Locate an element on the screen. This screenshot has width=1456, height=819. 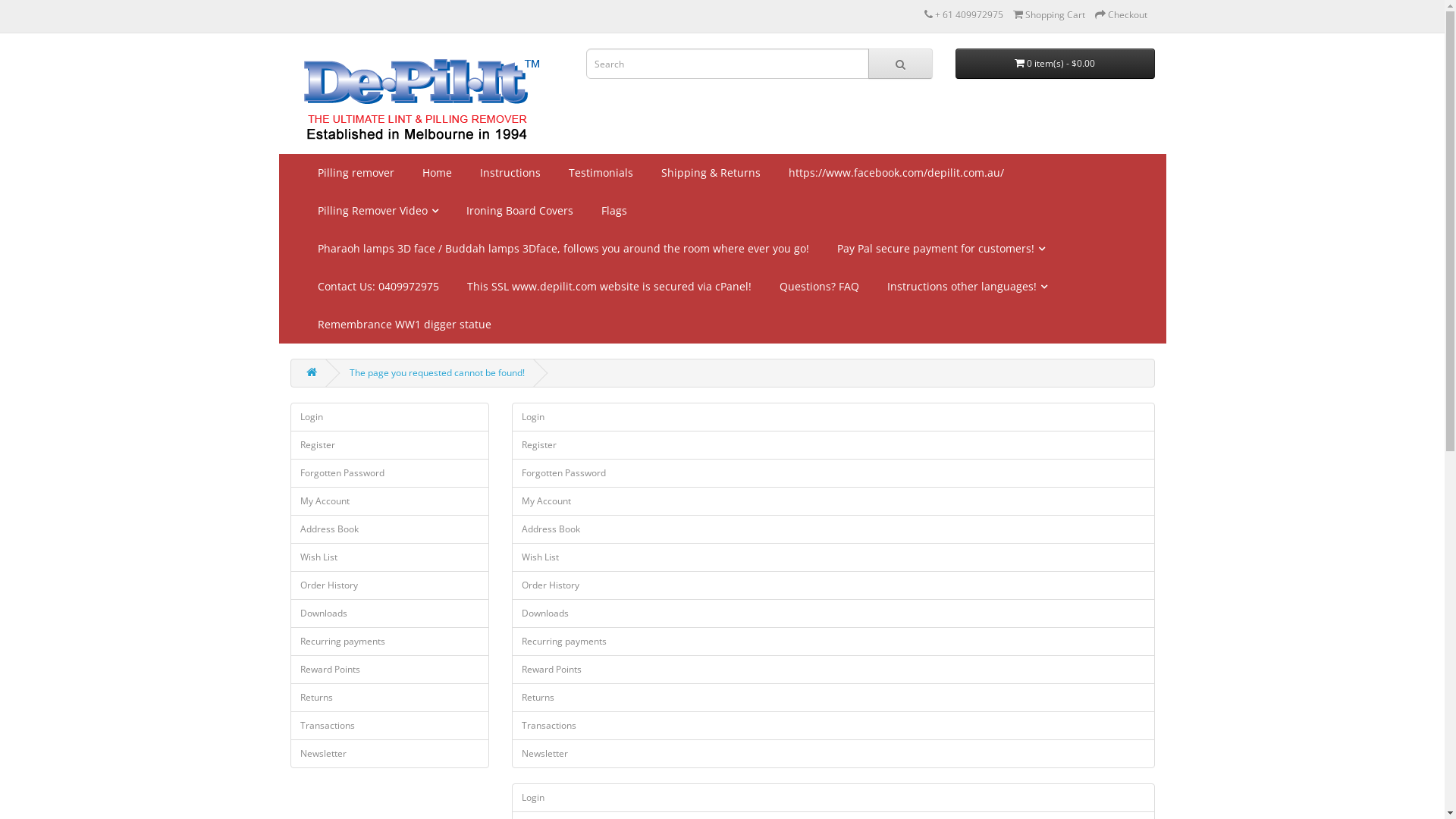
'https://www.facebook.com/depilit.com.au/' is located at coordinates (893, 171).